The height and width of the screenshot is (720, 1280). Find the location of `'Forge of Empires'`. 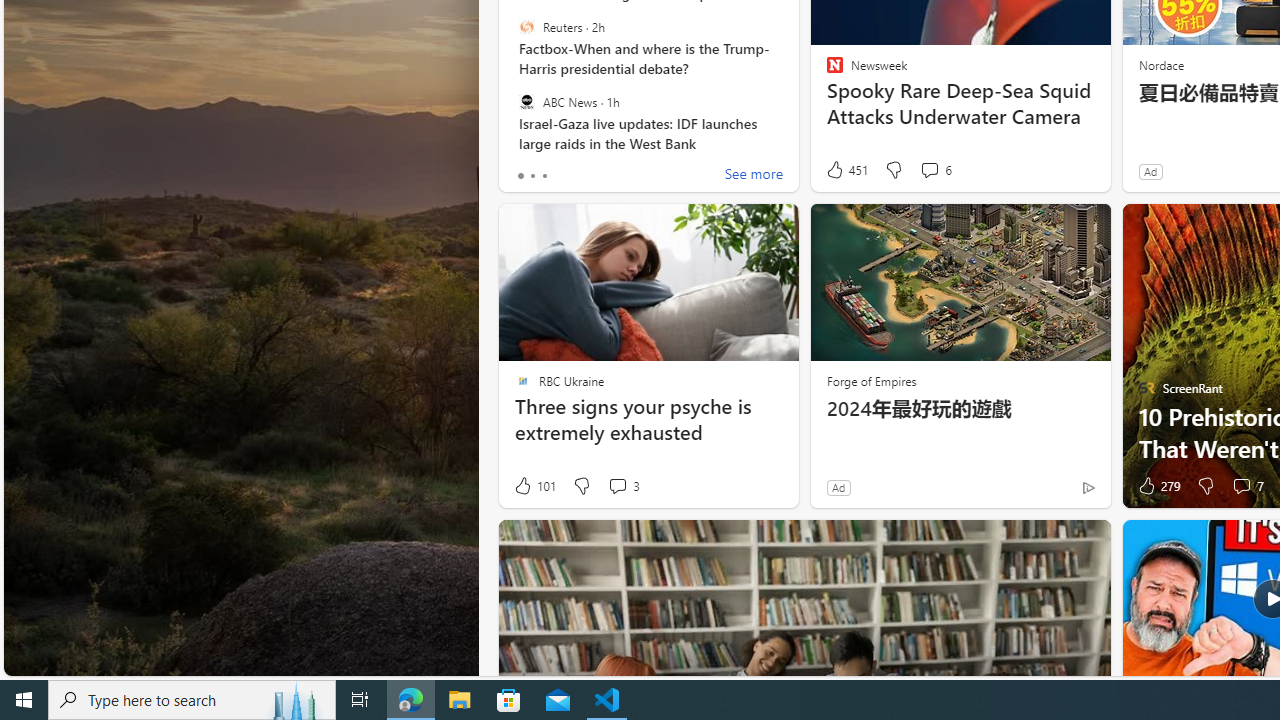

'Forge of Empires' is located at coordinates (871, 380).